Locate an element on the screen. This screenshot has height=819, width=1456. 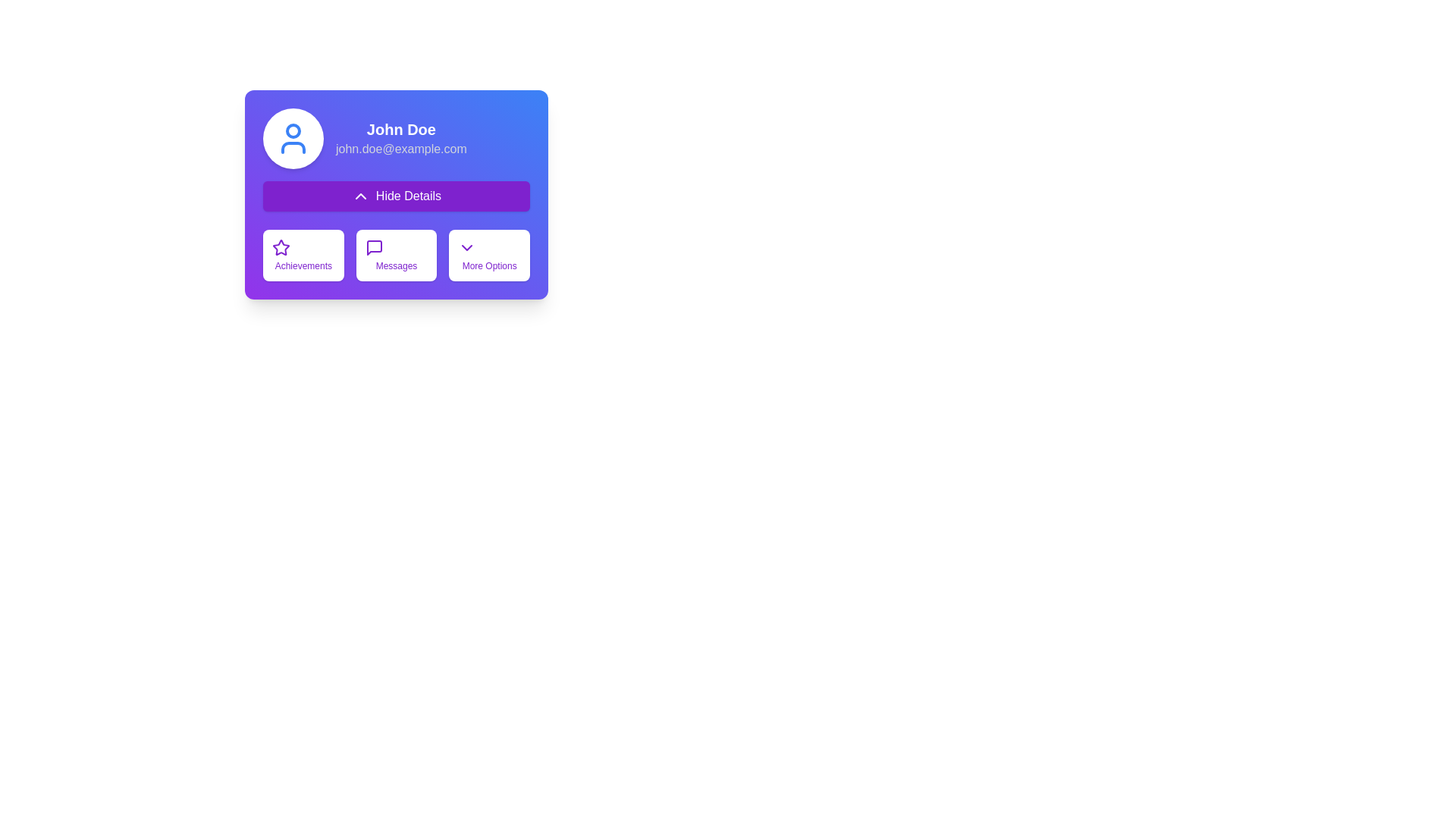
the downward-facing chevron icon located within the 'More Options' button is located at coordinates (466, 247).